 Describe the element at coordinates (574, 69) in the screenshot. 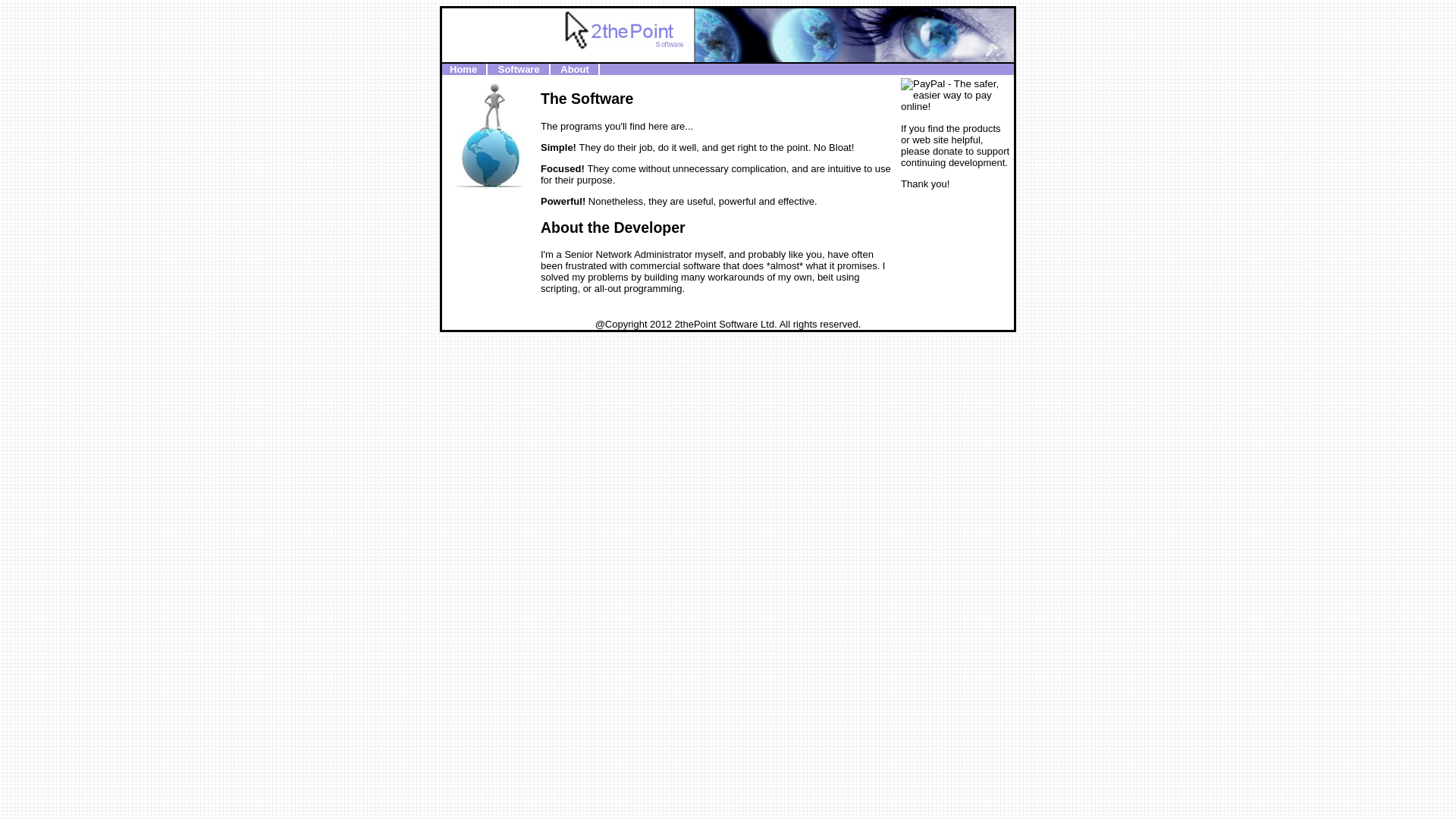

I see `'About'` at that location.